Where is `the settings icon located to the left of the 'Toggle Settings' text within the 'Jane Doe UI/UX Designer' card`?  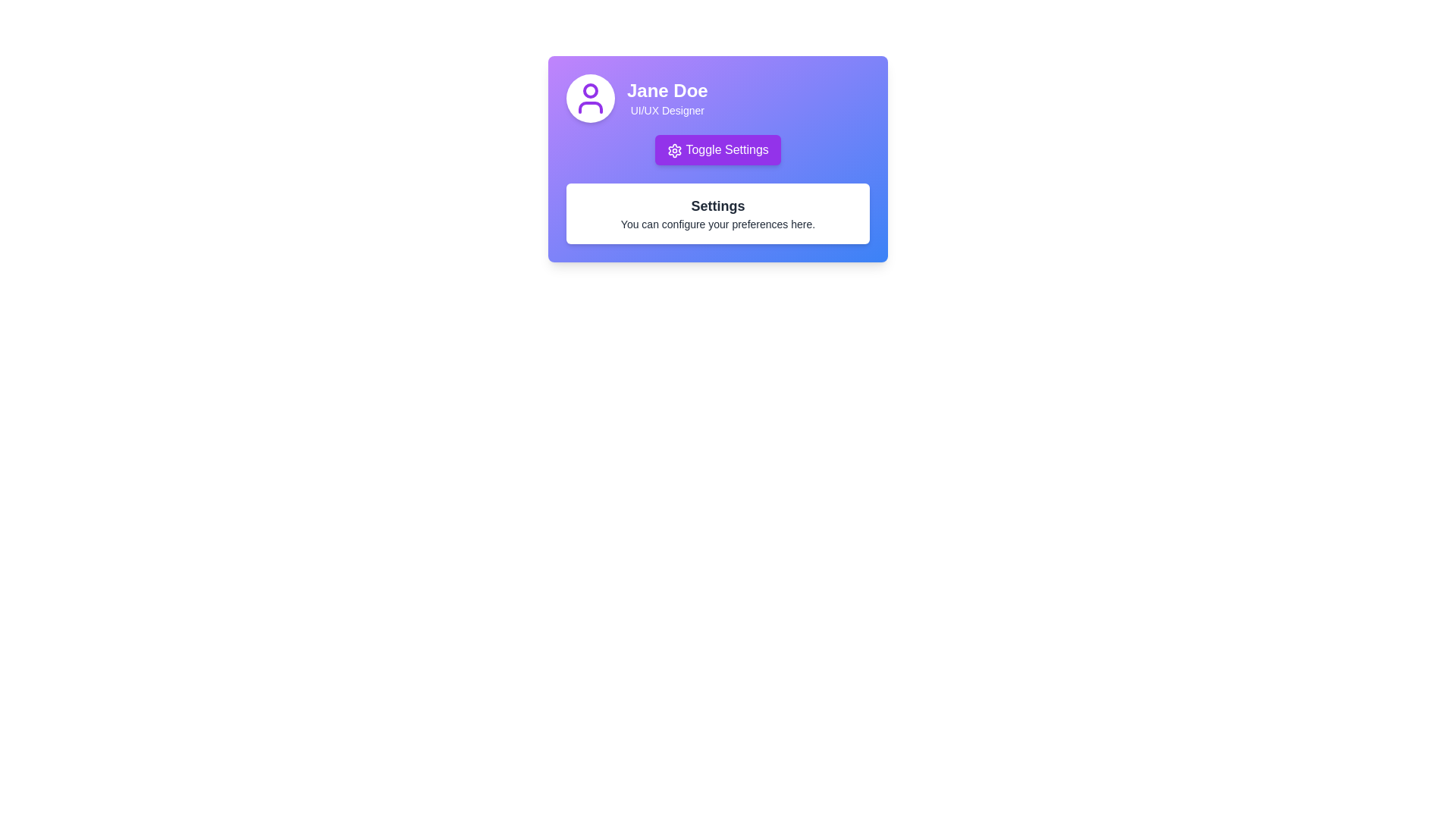 the settings icon located to the left of the 'Toggle Settings' text within the 'Jane Doe UI/UX Designer' card is located at coordinates (674, 150).